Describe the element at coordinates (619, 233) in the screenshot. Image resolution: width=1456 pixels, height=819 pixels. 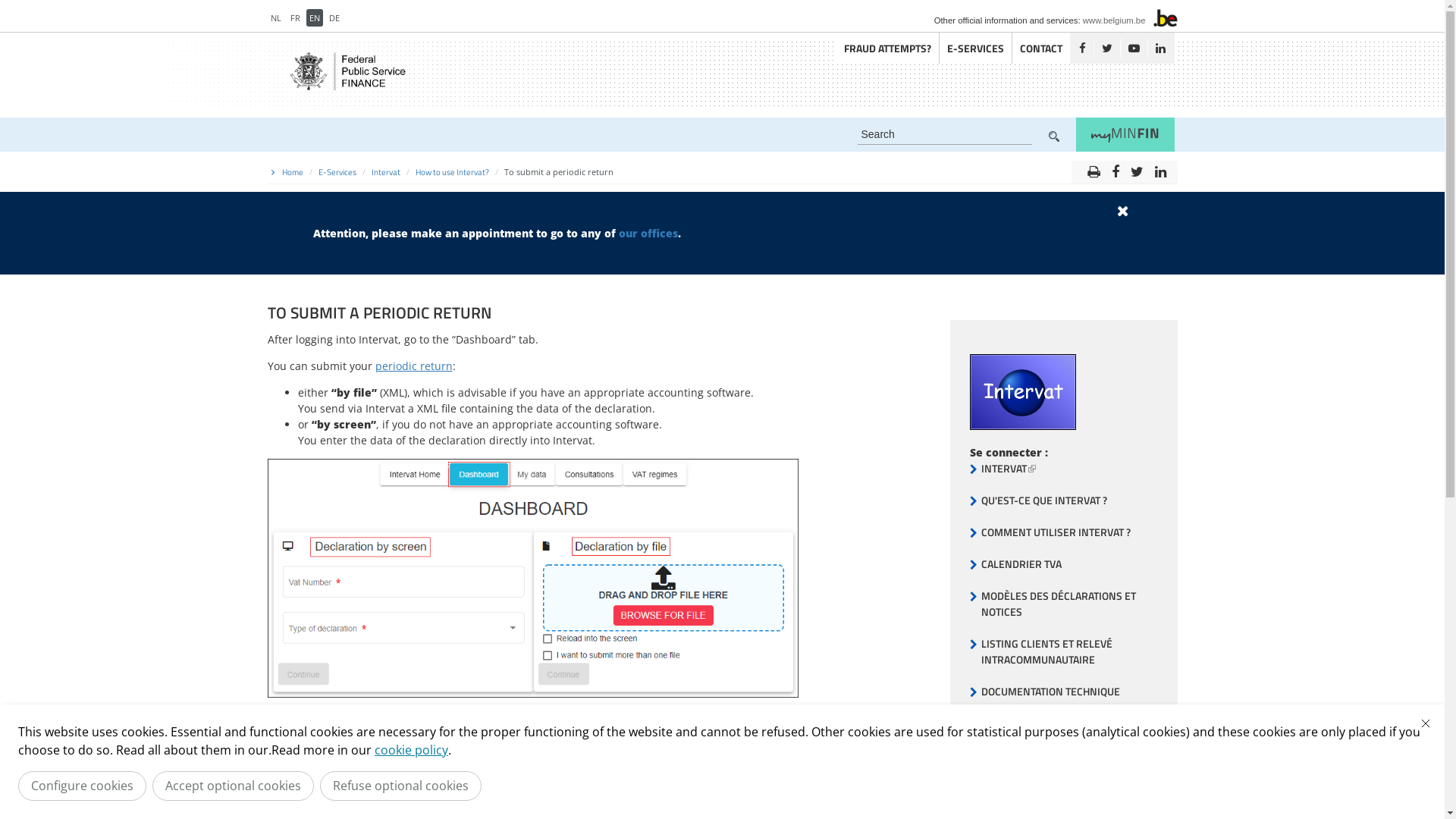
I see `'our offices'` at that location.